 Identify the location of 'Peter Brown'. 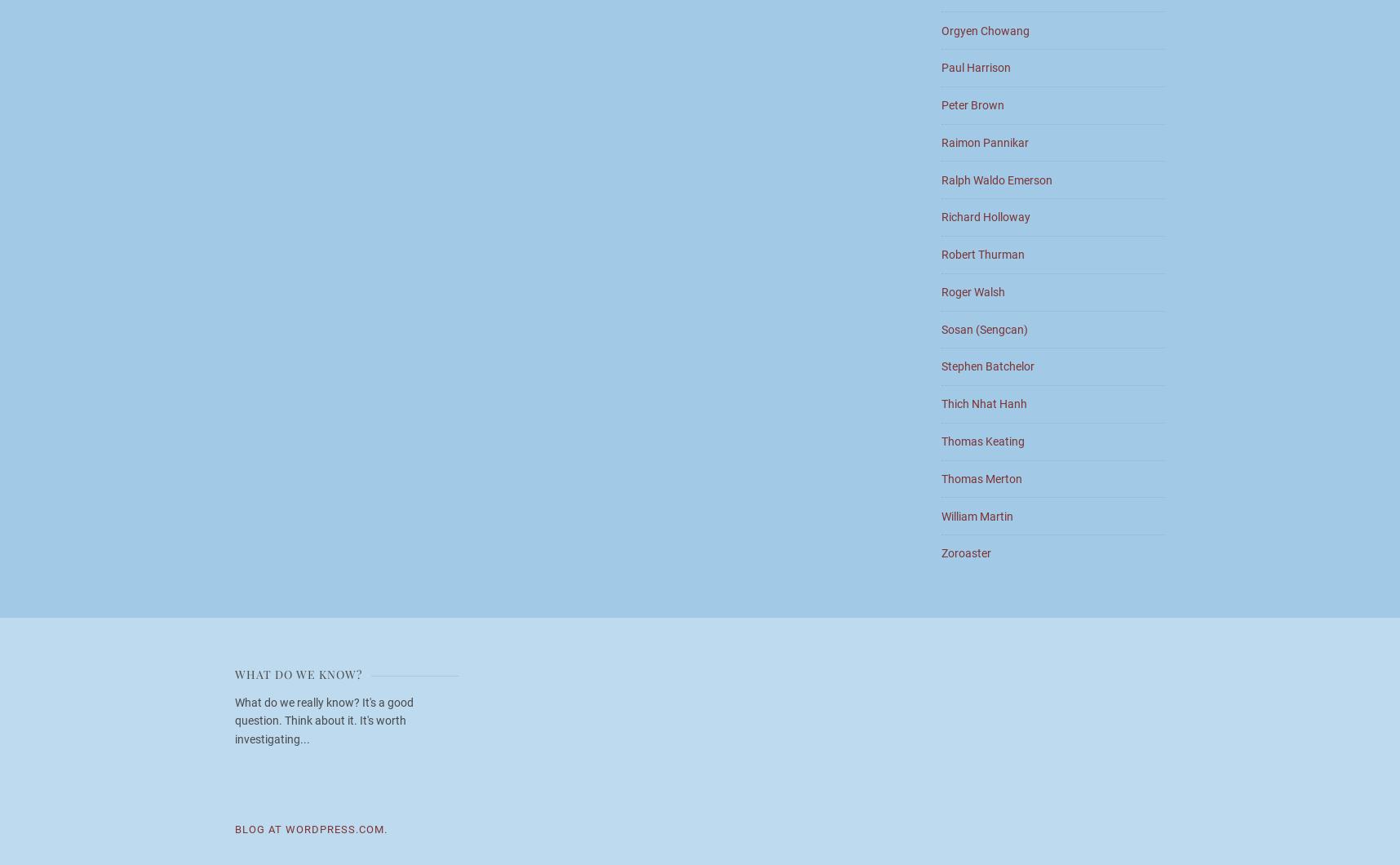
(972, 105).